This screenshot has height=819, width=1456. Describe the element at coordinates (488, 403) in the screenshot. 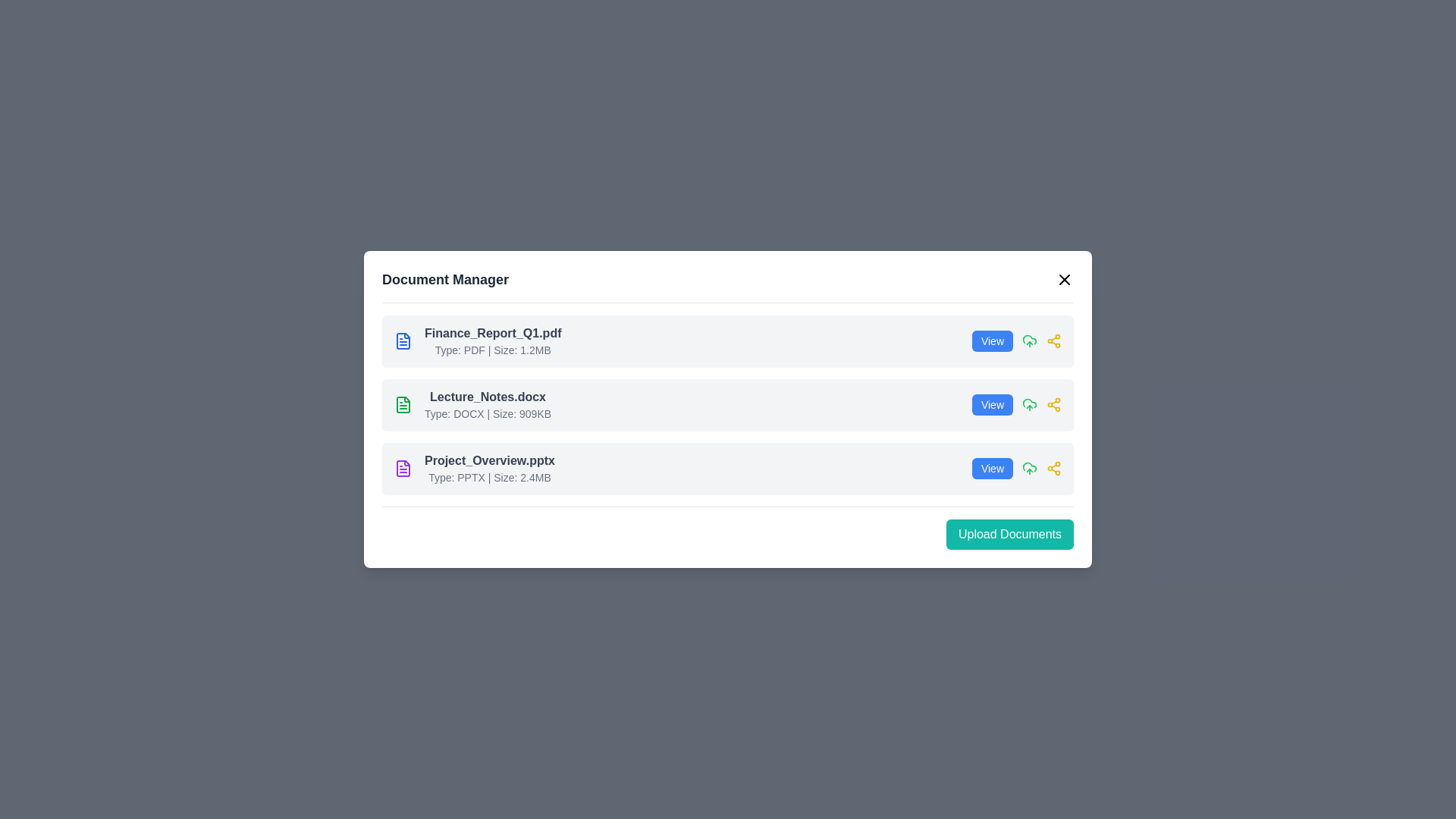

I see `the file descriptor for 'Lecture_Notes.docx'` at that location.